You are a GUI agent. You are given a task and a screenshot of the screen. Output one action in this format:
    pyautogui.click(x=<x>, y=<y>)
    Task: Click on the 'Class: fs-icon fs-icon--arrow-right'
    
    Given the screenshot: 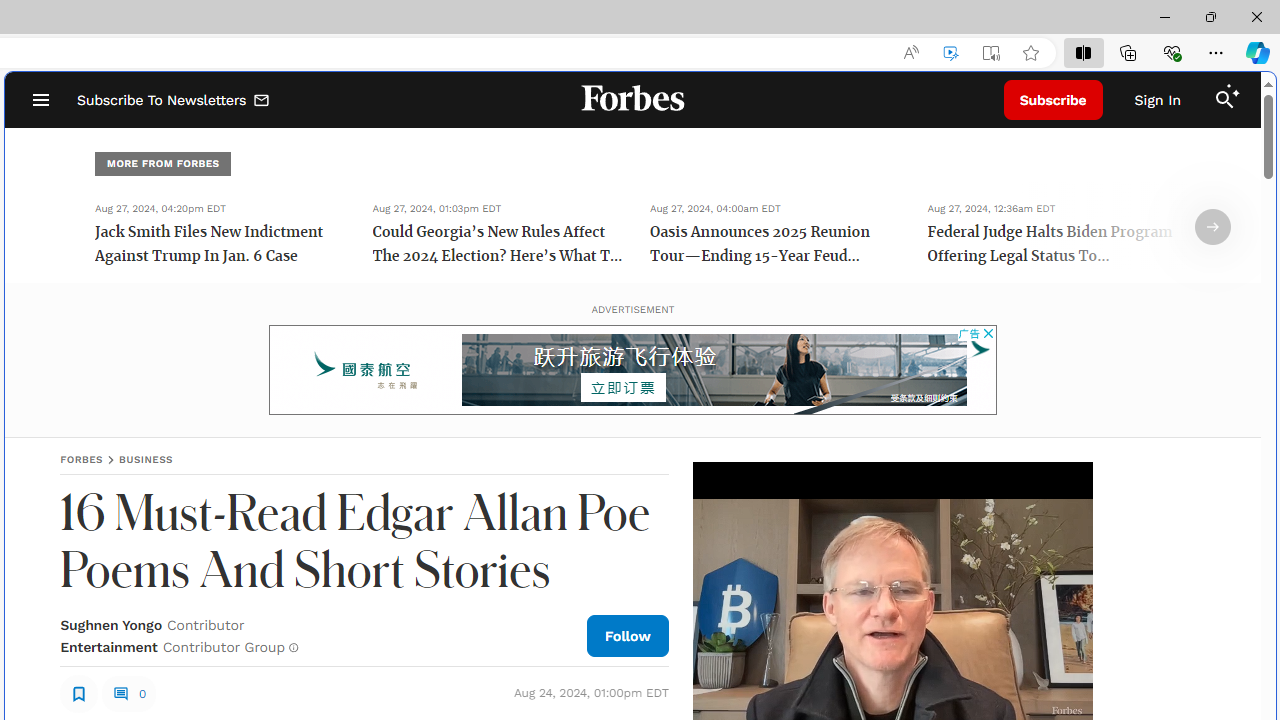 What is the action you would take?
    pyautogui.click(x=1211, y=226)
    